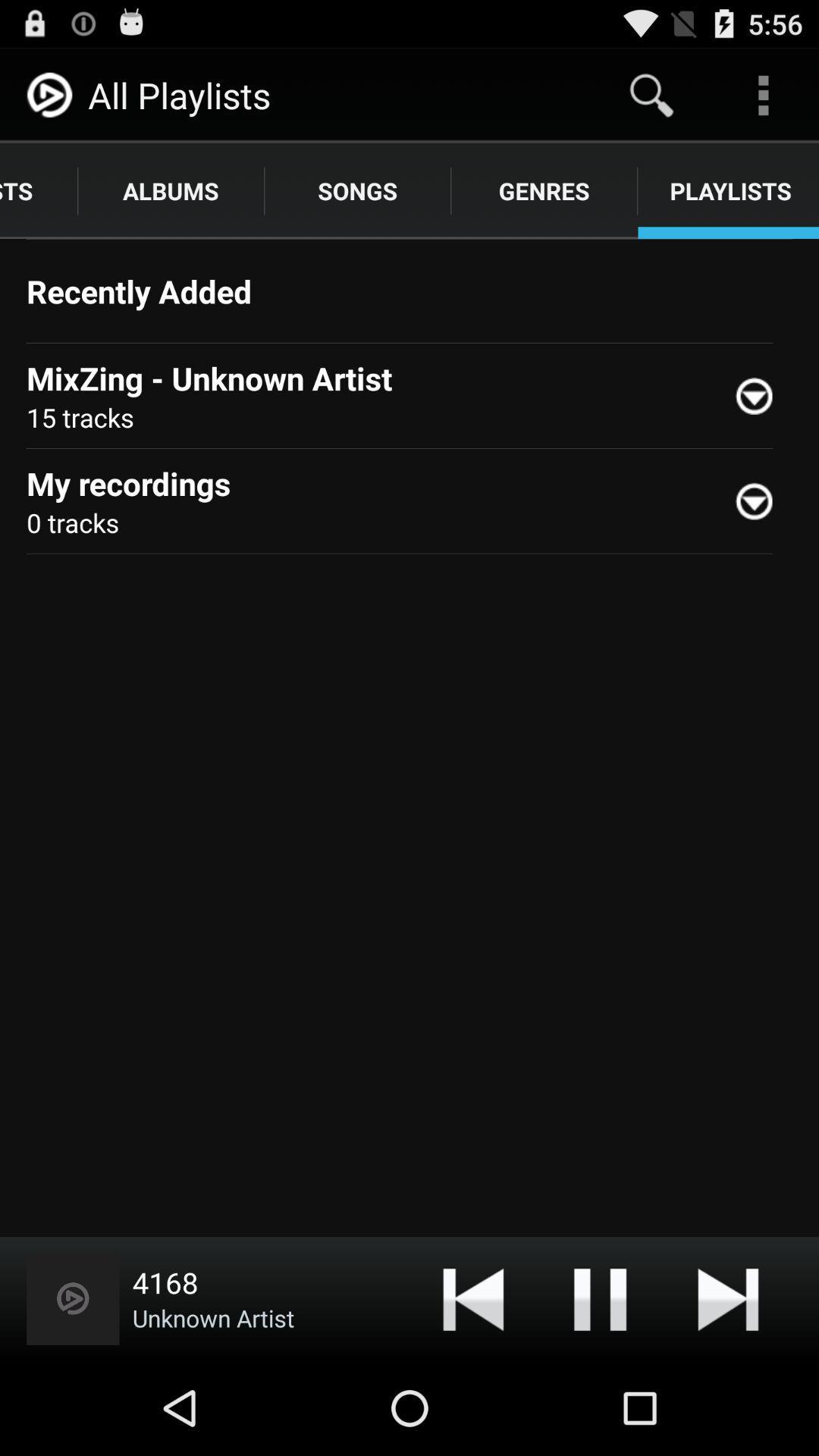 Image resolution: width=819 pixels, height=1456 pixels. Describe the element at coordinates (472, 1389) in the screenshot. I see `the skip_previous icon` at that location.